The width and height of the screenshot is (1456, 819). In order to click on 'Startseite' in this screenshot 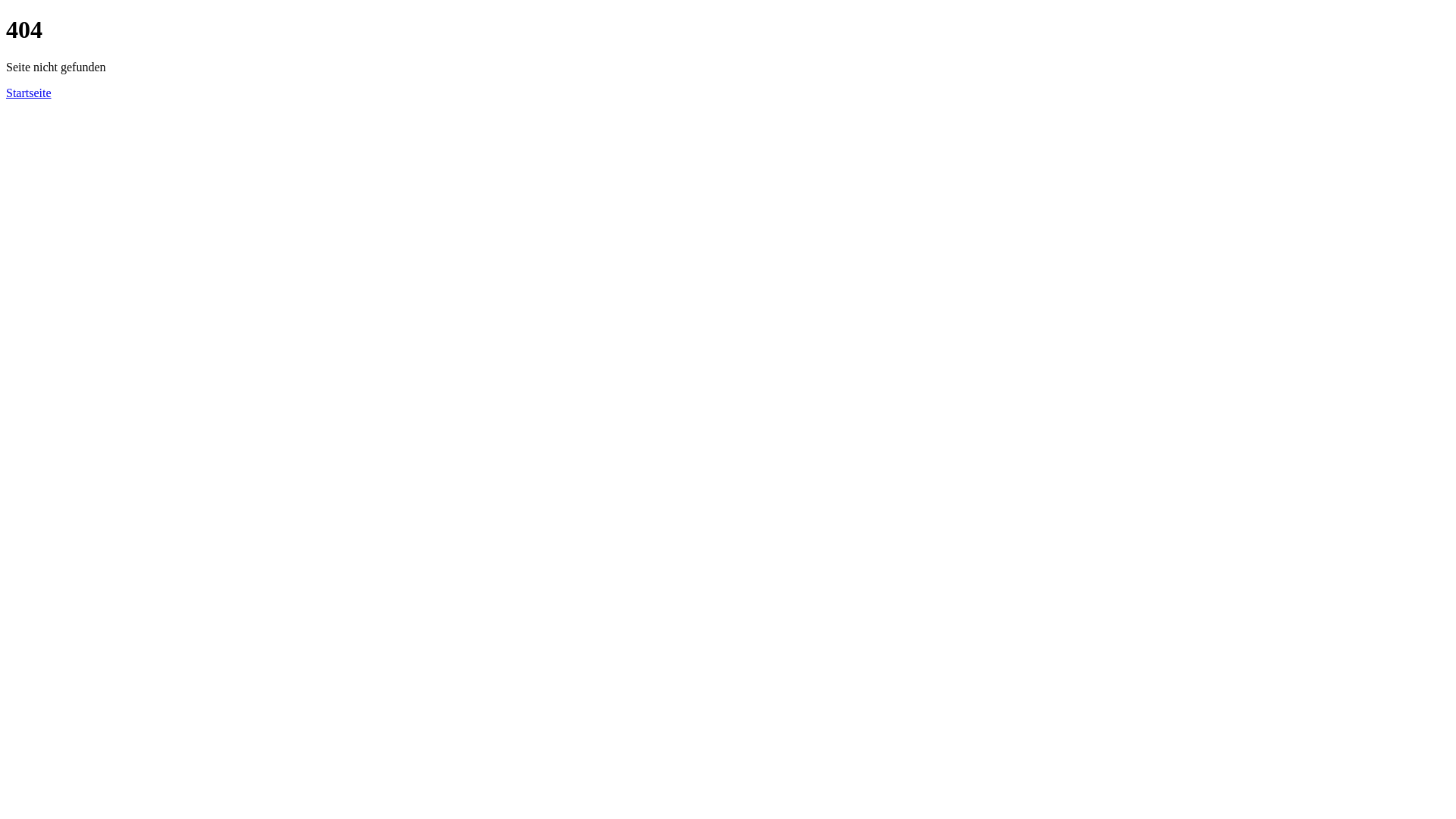, I will do `click(29, 93)`.